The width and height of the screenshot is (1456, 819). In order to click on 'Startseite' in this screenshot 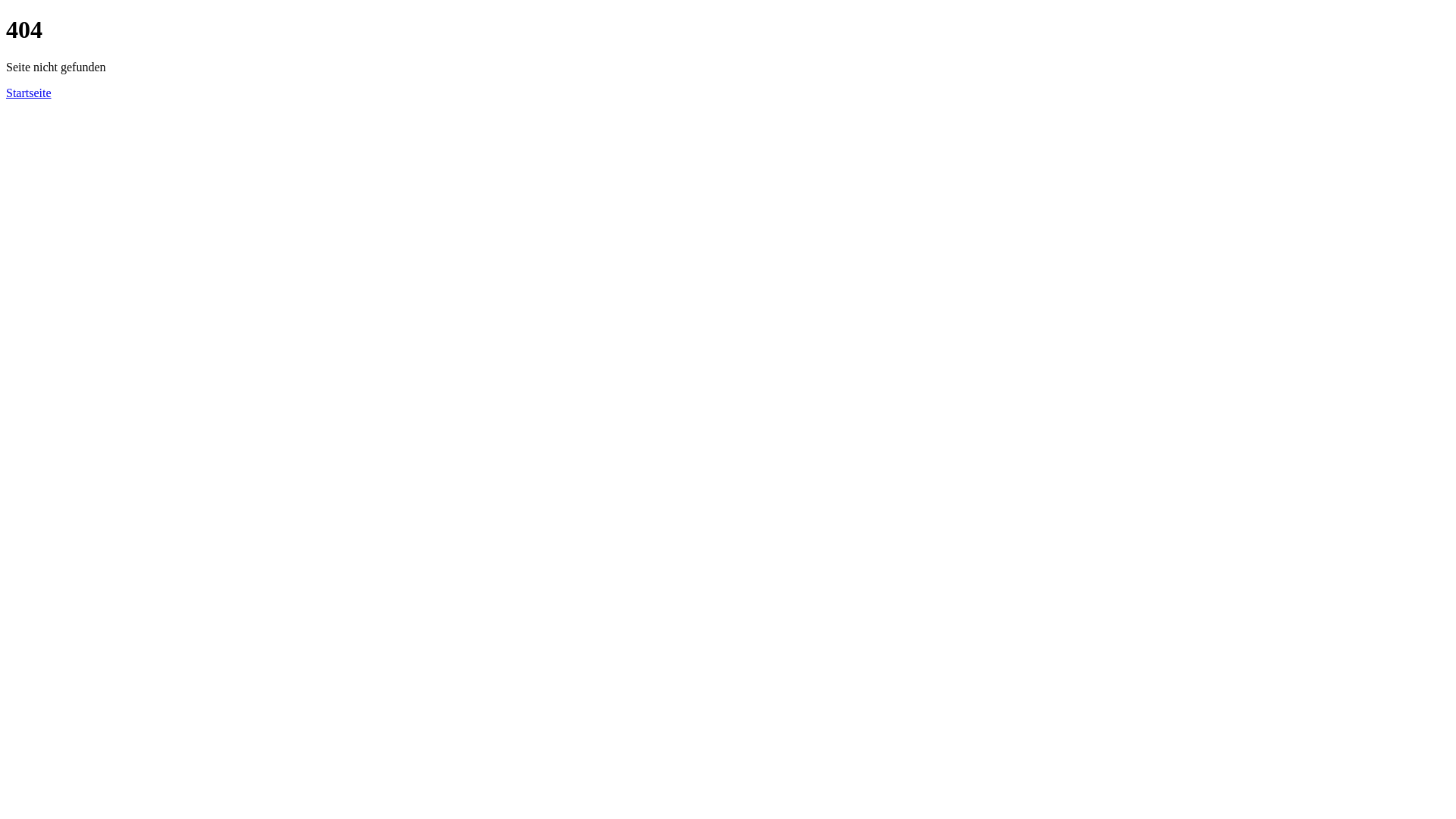, I will do `click(29, 93)`.